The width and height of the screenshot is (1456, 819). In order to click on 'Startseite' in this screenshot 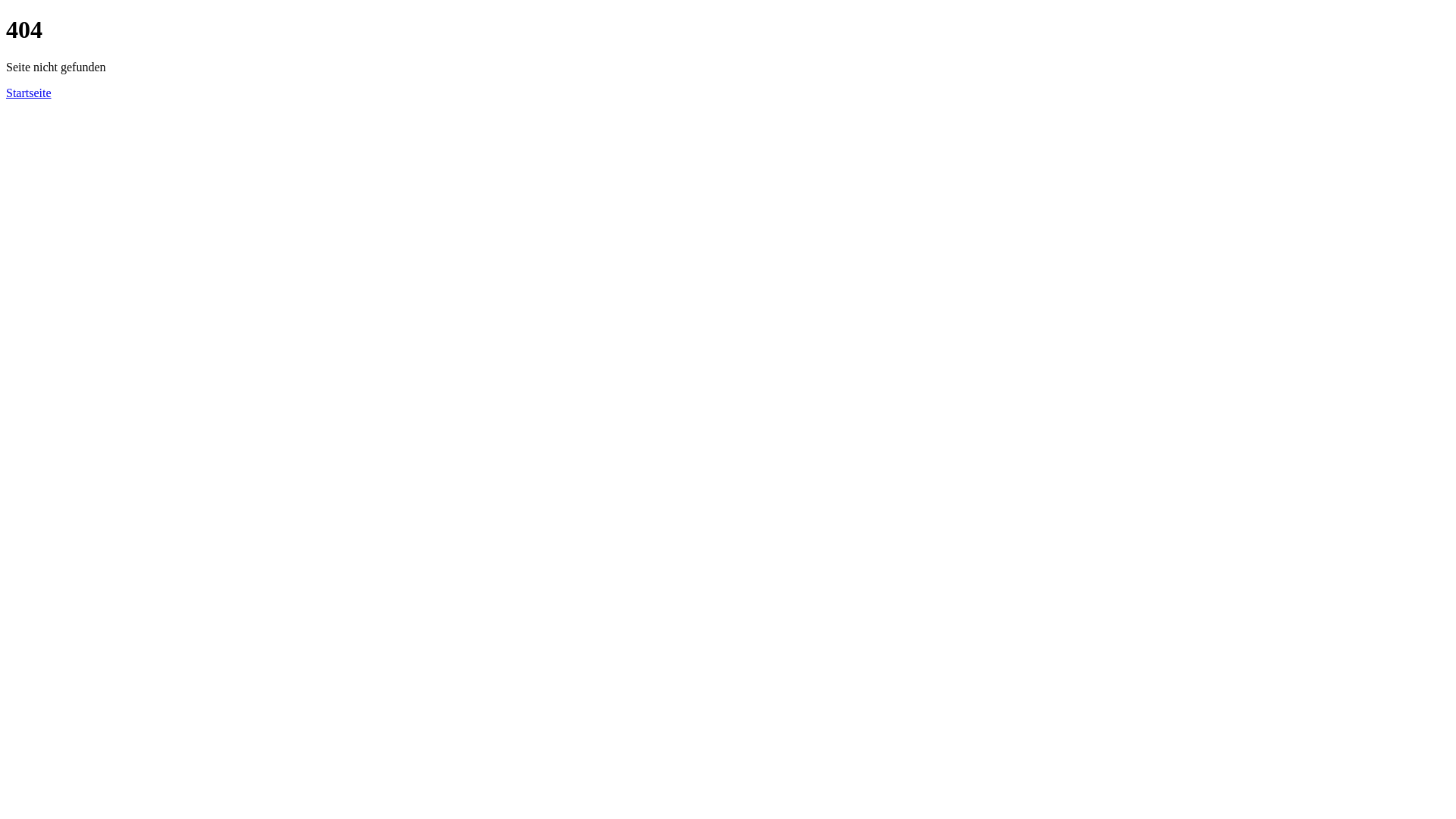, I will do `click(29, 93)`.